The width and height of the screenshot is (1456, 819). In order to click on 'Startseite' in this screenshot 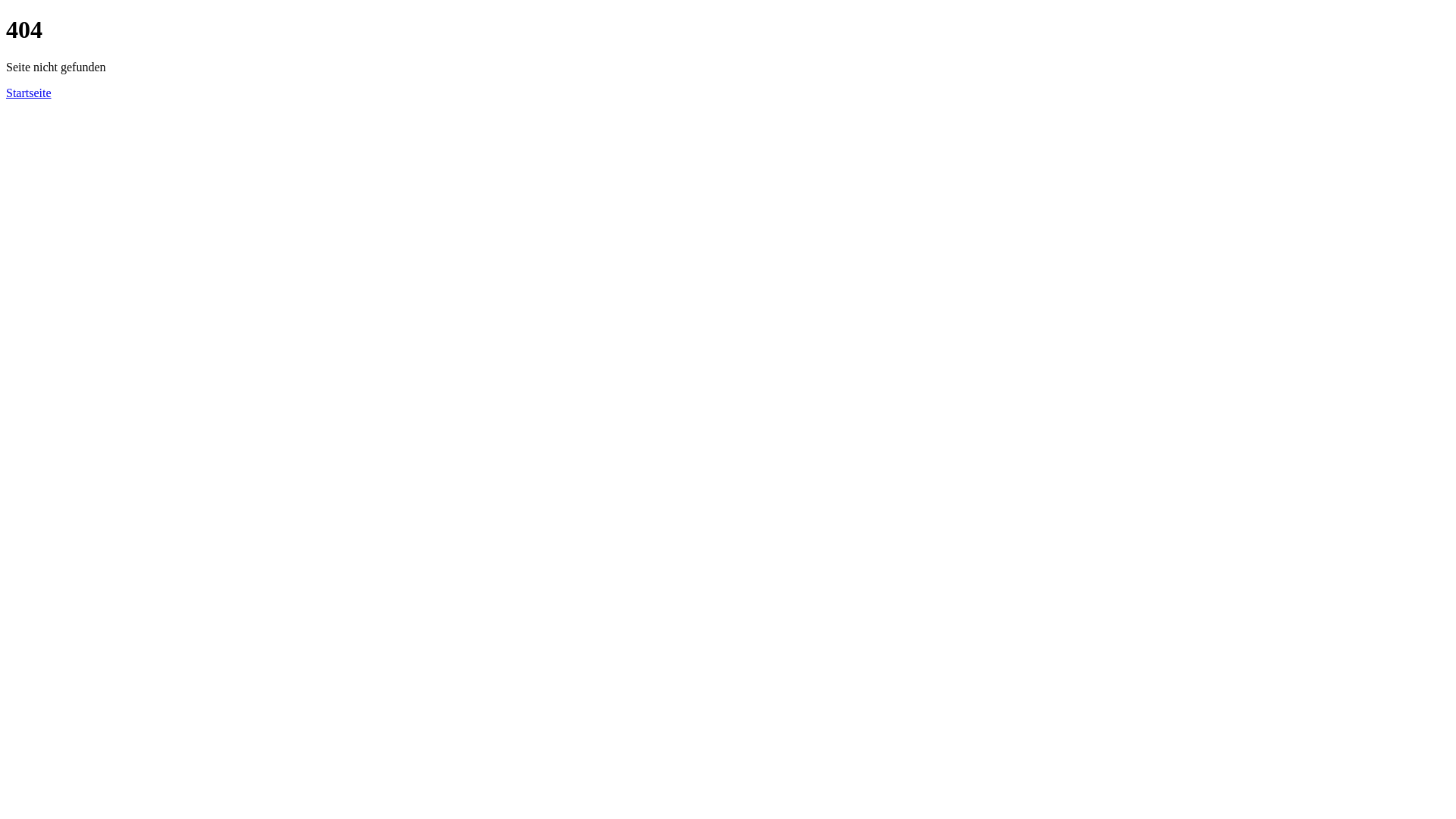, I will do `click(29, 93)`.